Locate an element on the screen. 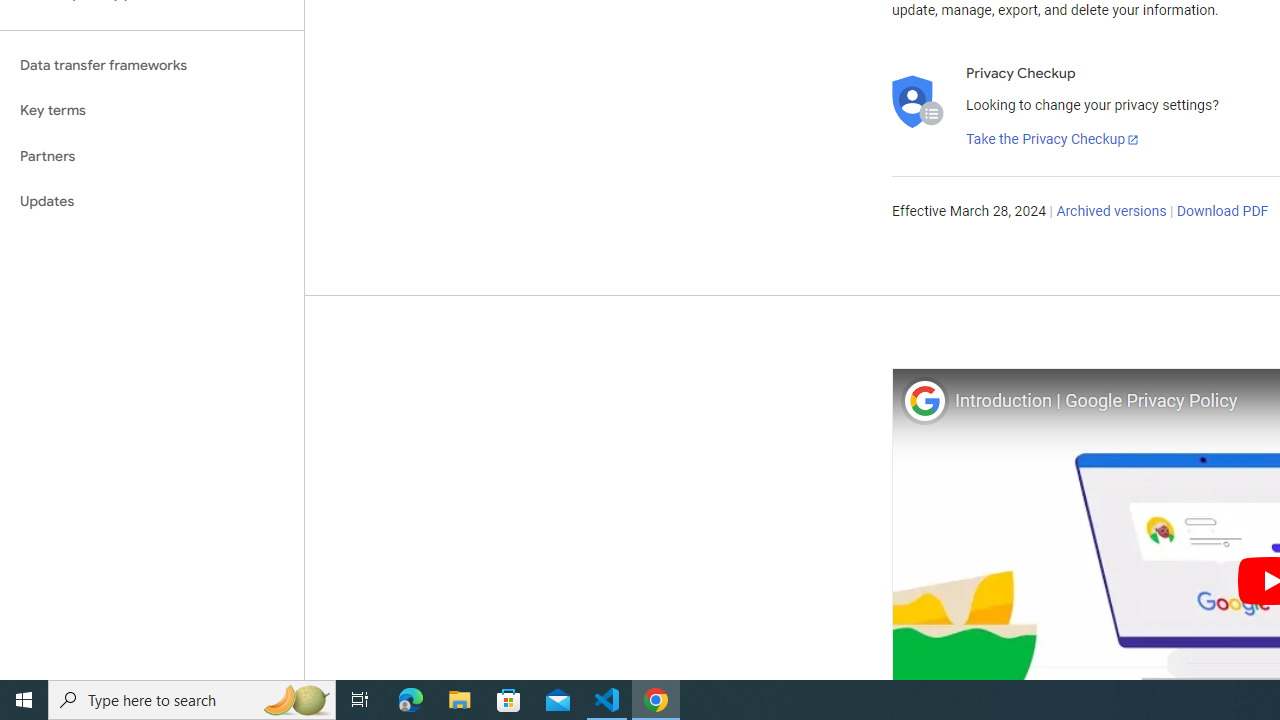 The image size is (1280, 720). 'Data transfer frameworks' is located at coordinates (151, 64).